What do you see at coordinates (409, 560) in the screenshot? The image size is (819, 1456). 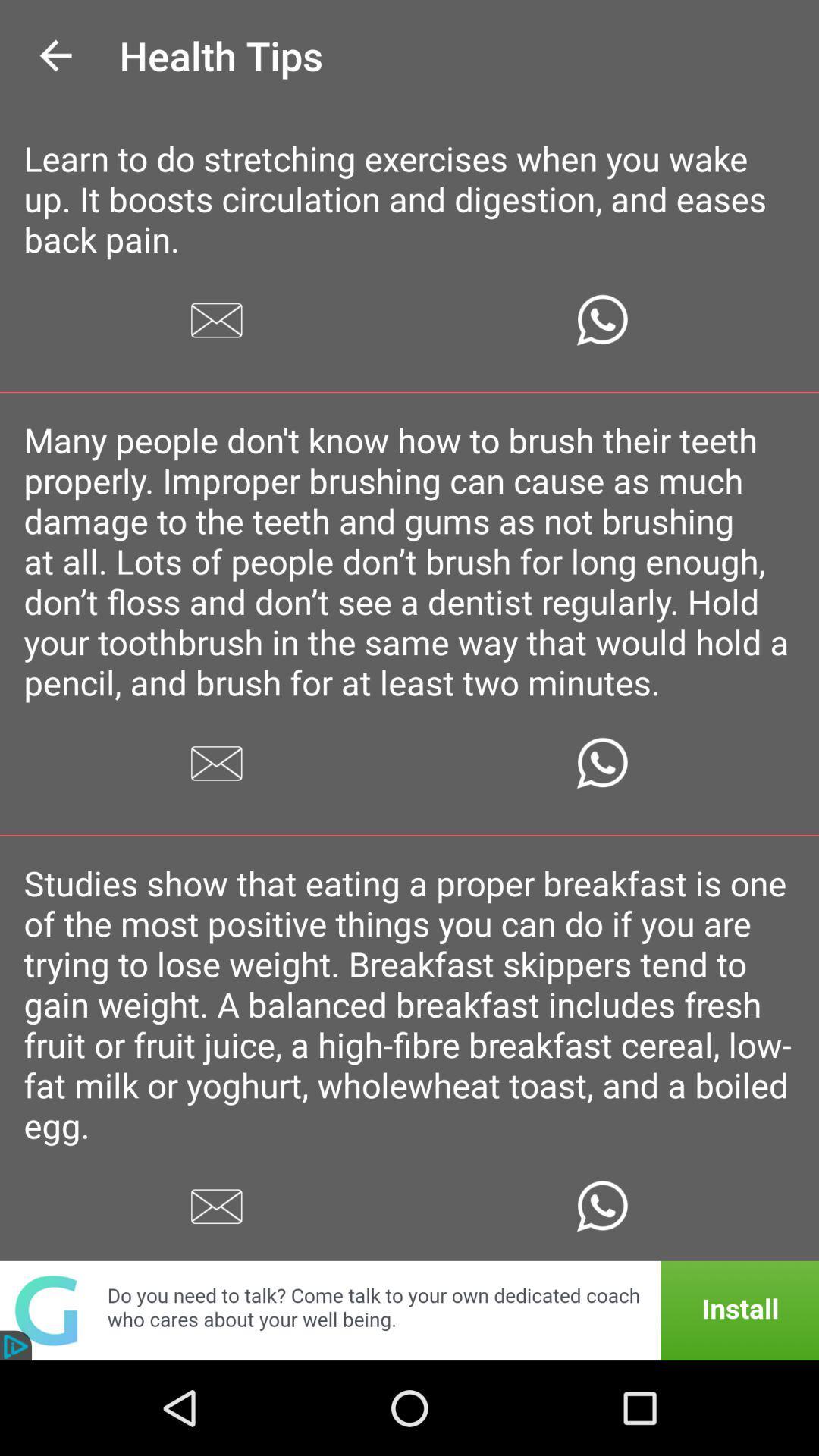 I see `many people don item` at bounding box center [409, 560].